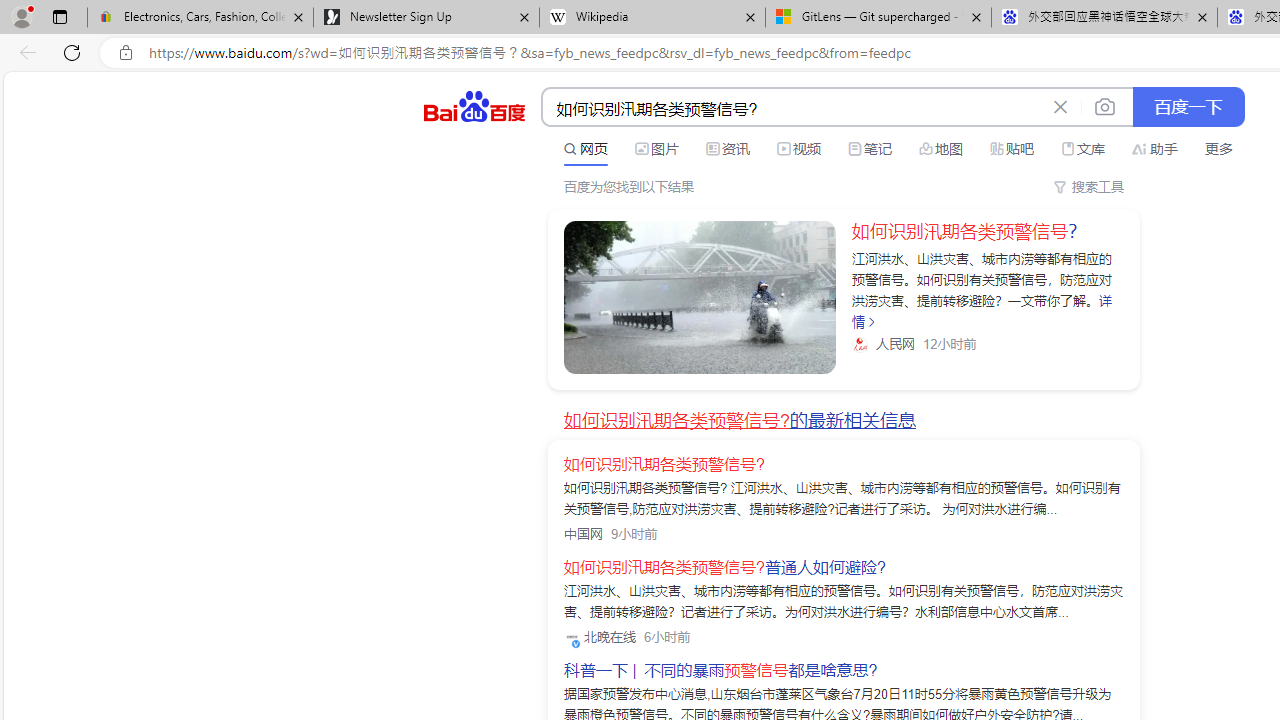  I want to click on 'AutomationID: kw', so click(792, 108).